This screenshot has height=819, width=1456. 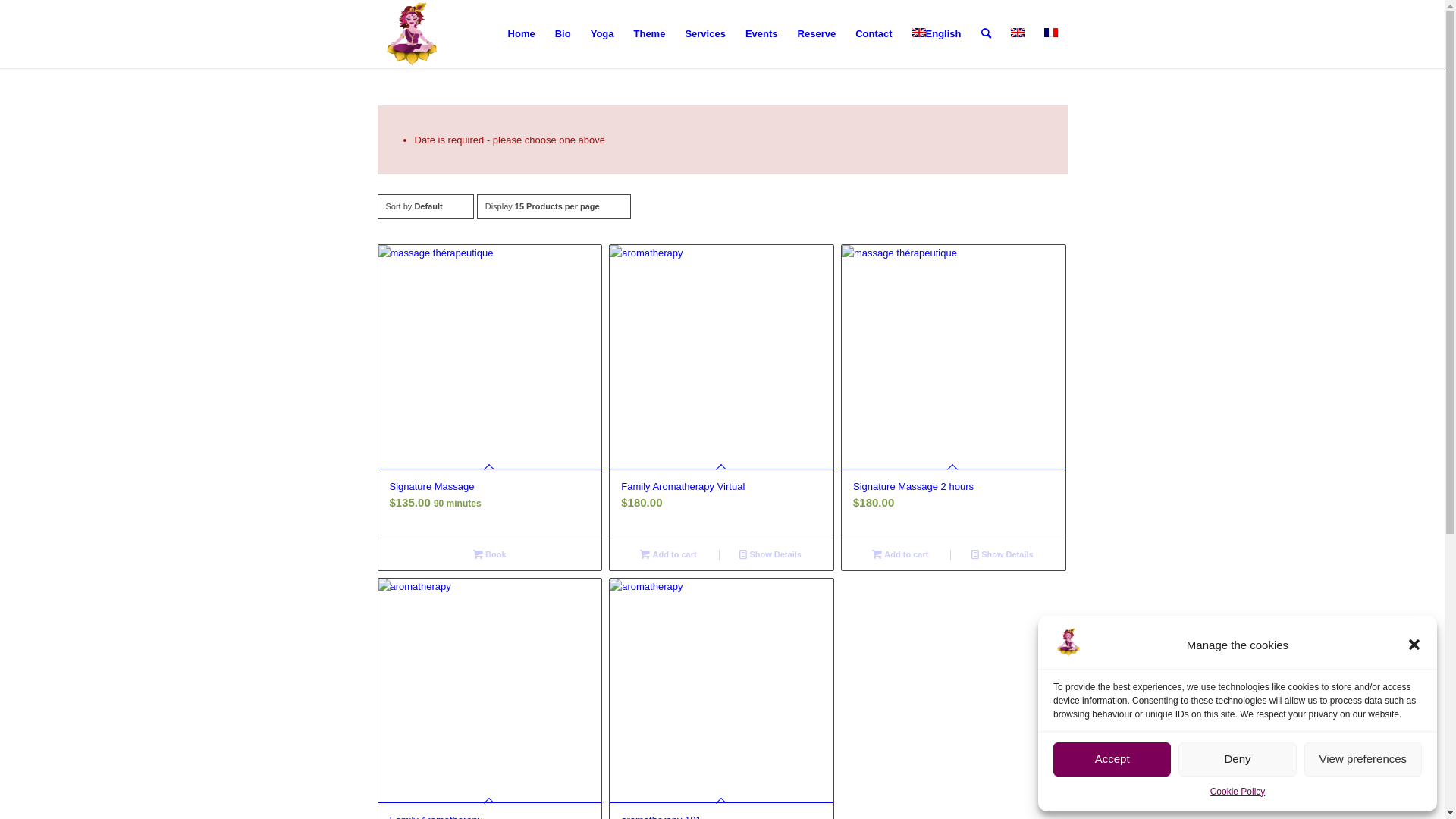 I want to click on 'Accept', so click(x=1112, y=759).